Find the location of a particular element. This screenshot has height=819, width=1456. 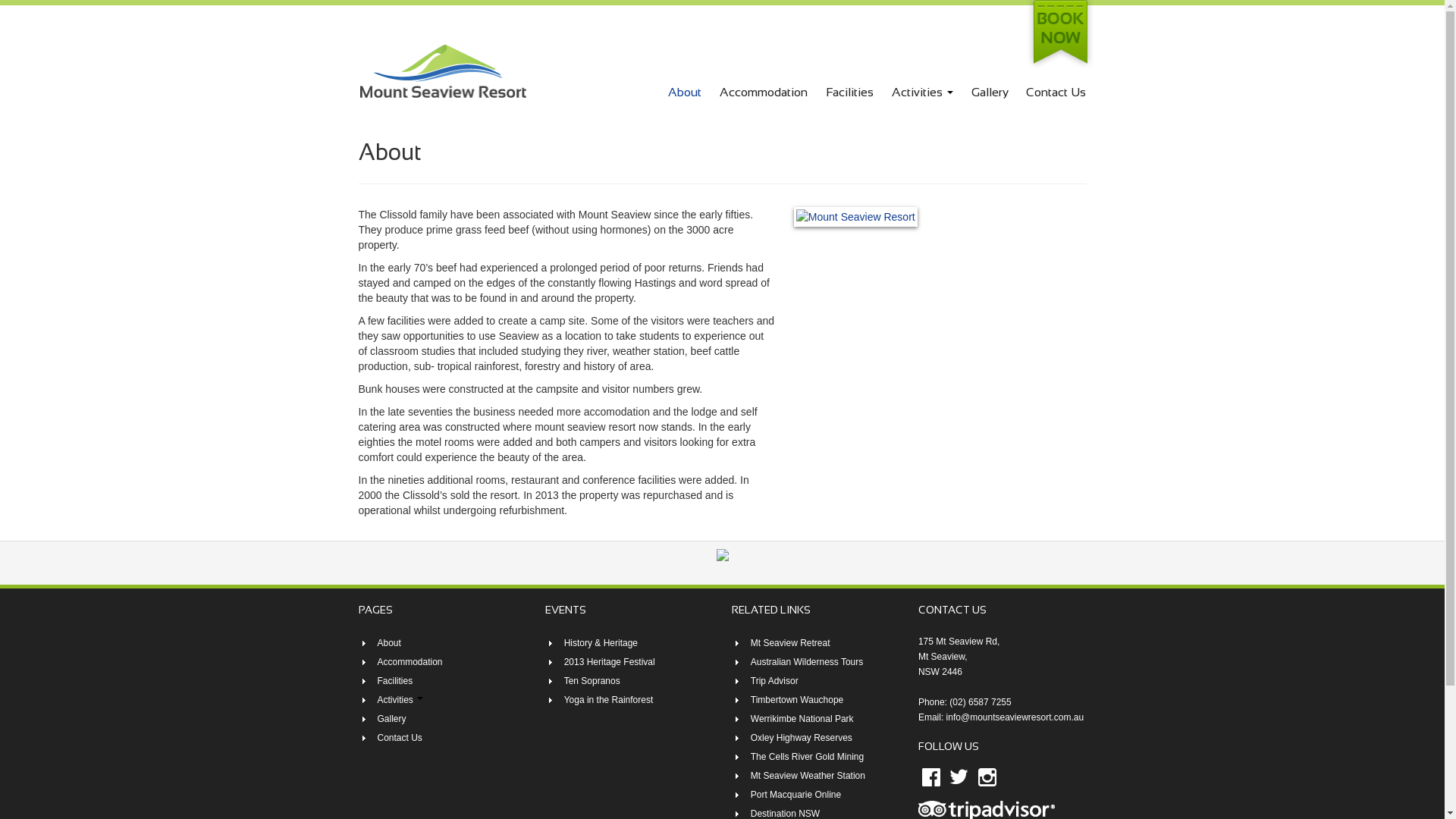

'Accommodation' is located at coordinates (410, 661).